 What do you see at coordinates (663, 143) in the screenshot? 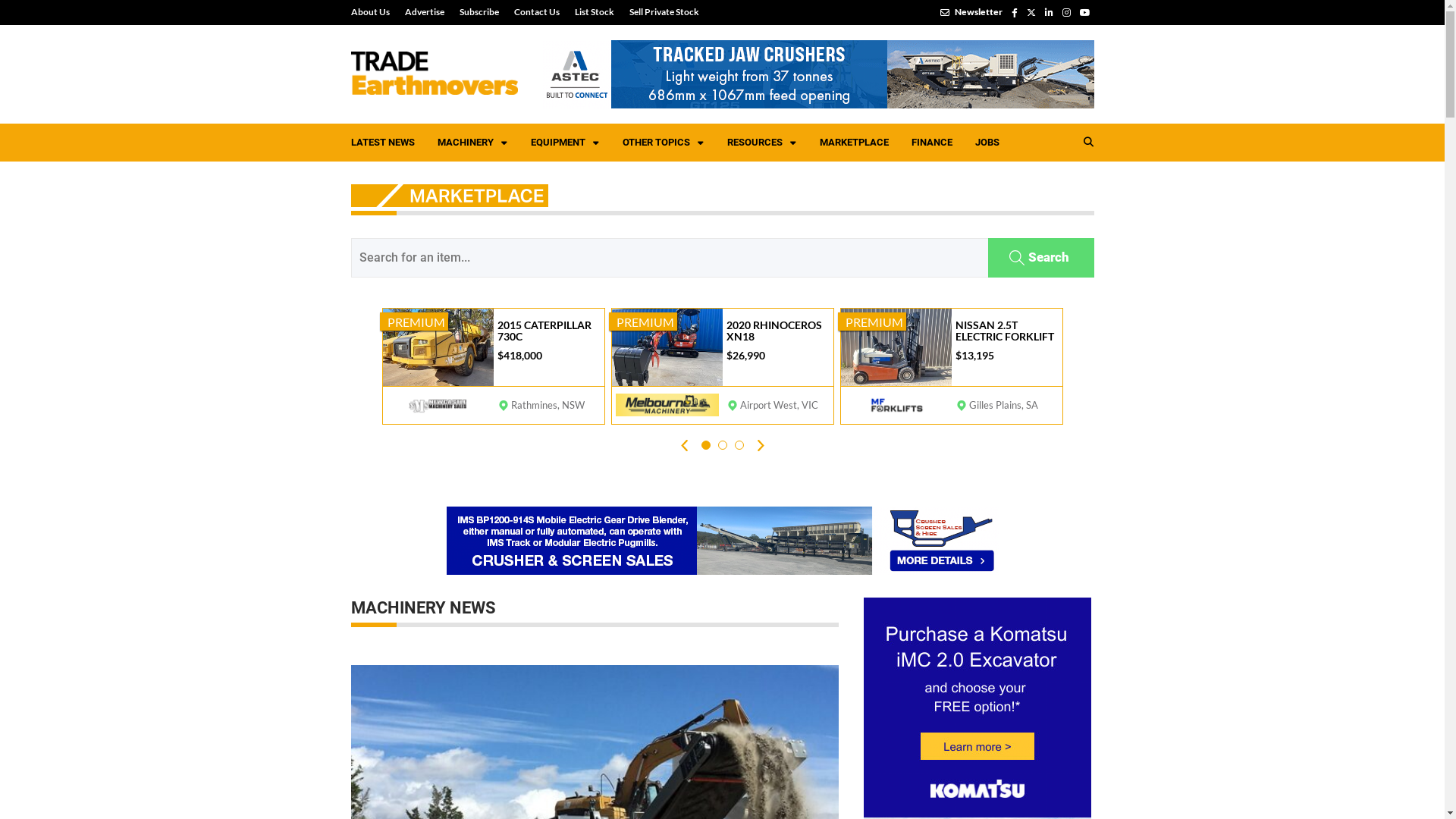
I see `'OTHER TOPICS'` at bounding box center [663, 143].